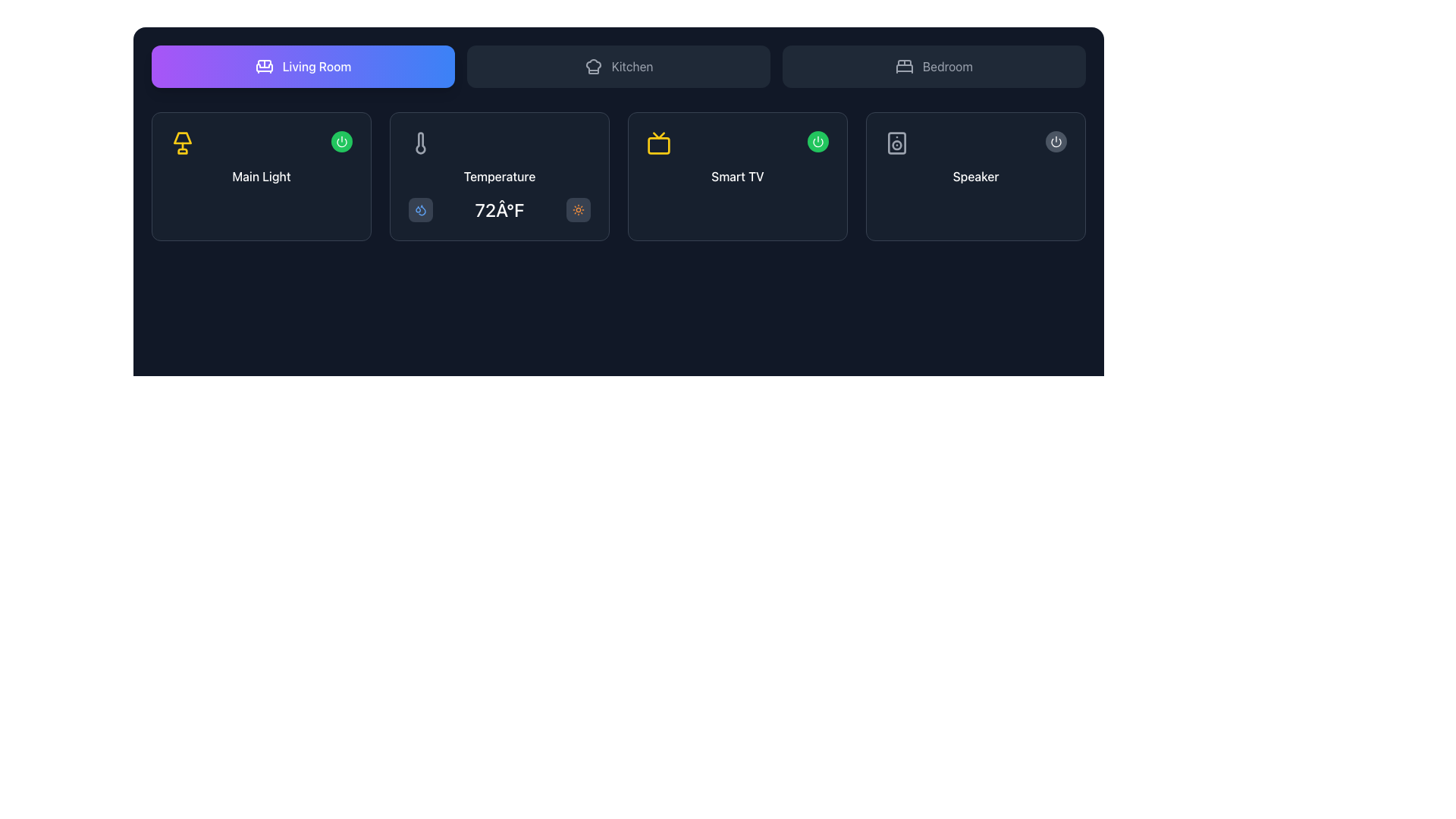  Describe the element at coordinates (1055, 141) in the screenshot. I see `the circular gray button with a white power icon at its center, located at the top-right corner of the 'Speaker' card` at that location.